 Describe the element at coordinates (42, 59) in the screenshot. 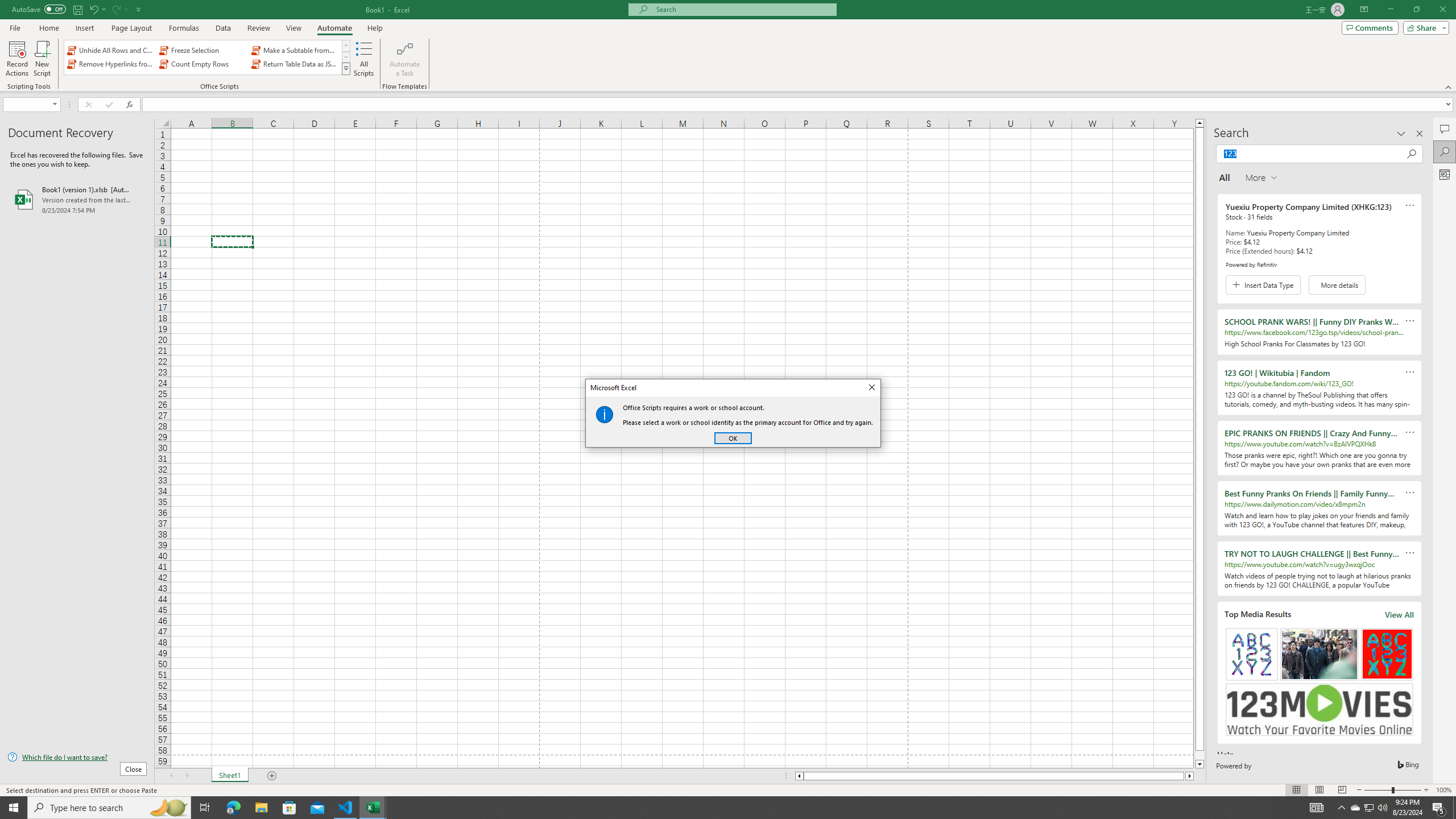

I see `'New Script'` at that location.